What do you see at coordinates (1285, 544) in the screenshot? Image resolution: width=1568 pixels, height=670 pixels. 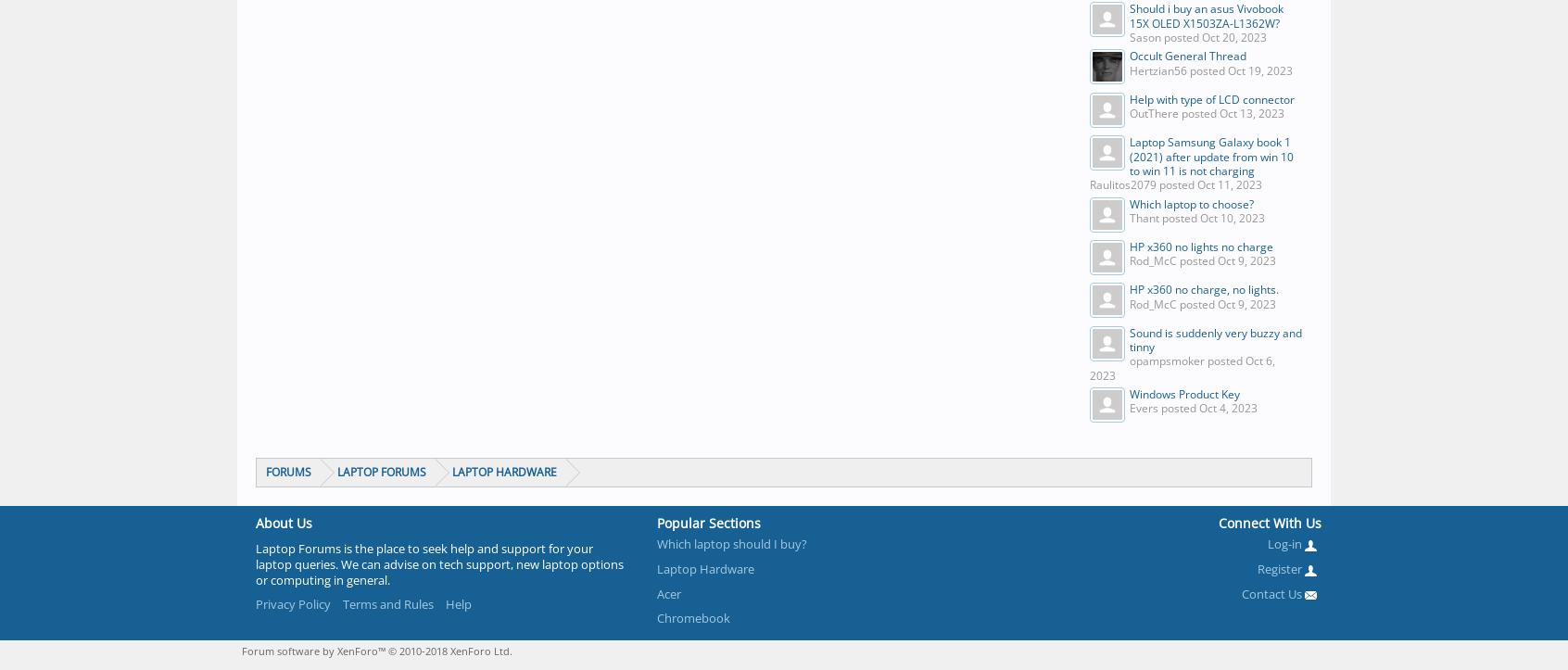 I see `'Log-in'` at bounding box center [1285, 544].